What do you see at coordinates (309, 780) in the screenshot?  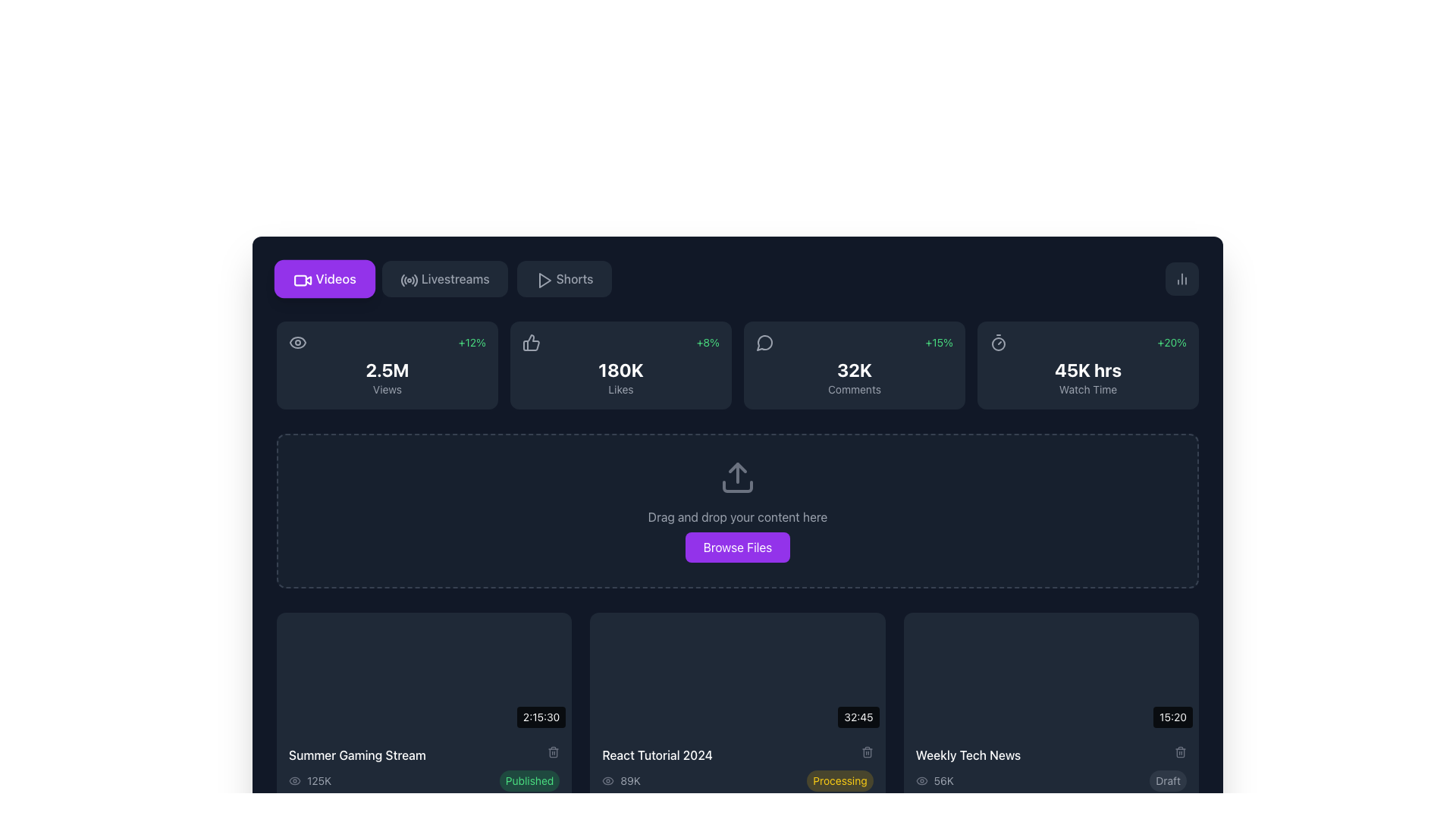 I see `the text label displaying '125K', which is located next to an eye icon and below the title 'Summer Gaming Stream'` at bounding box center [309, 780].